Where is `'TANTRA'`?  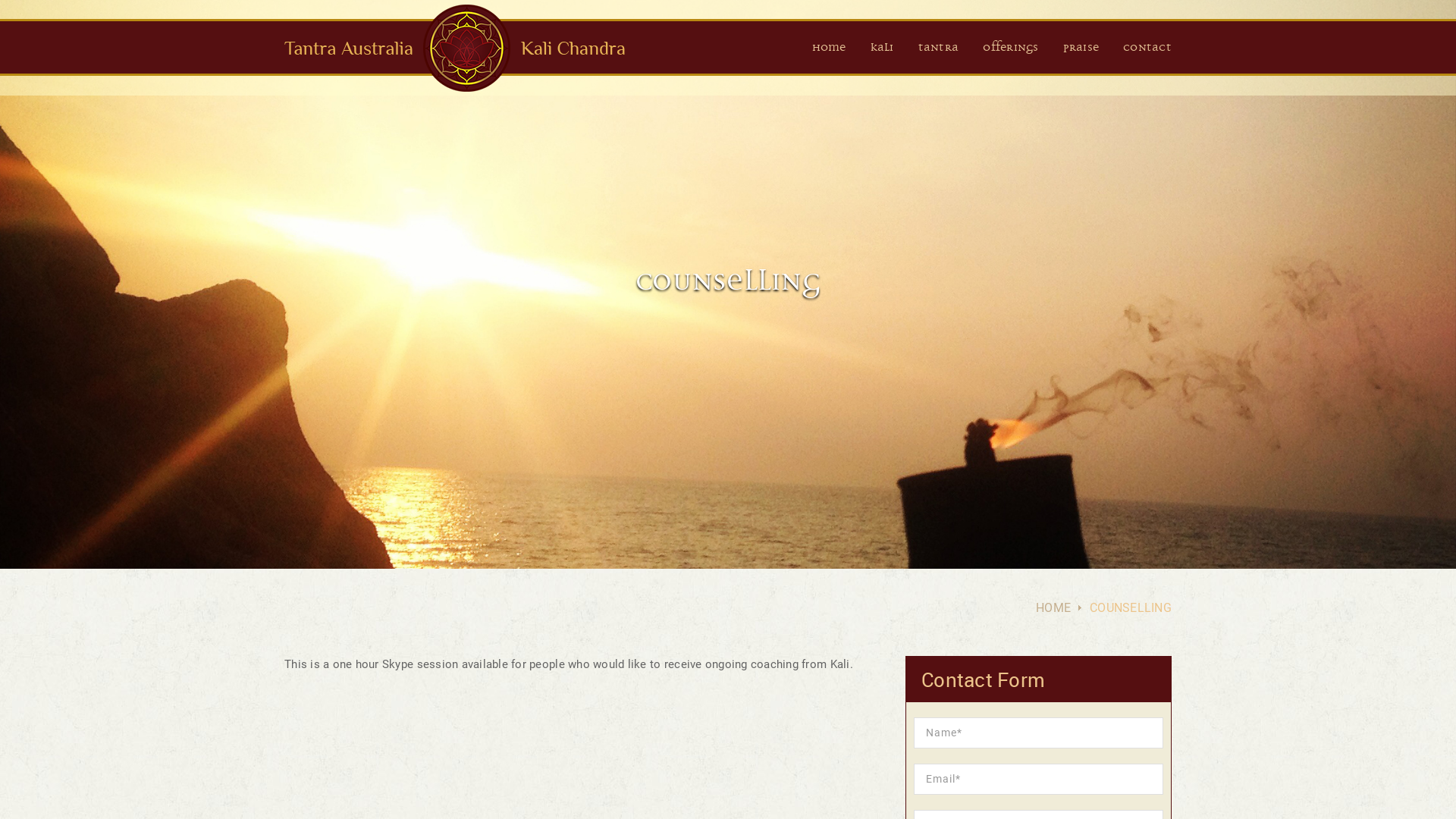
'TANTRA' is located at coordinates (917, 48).